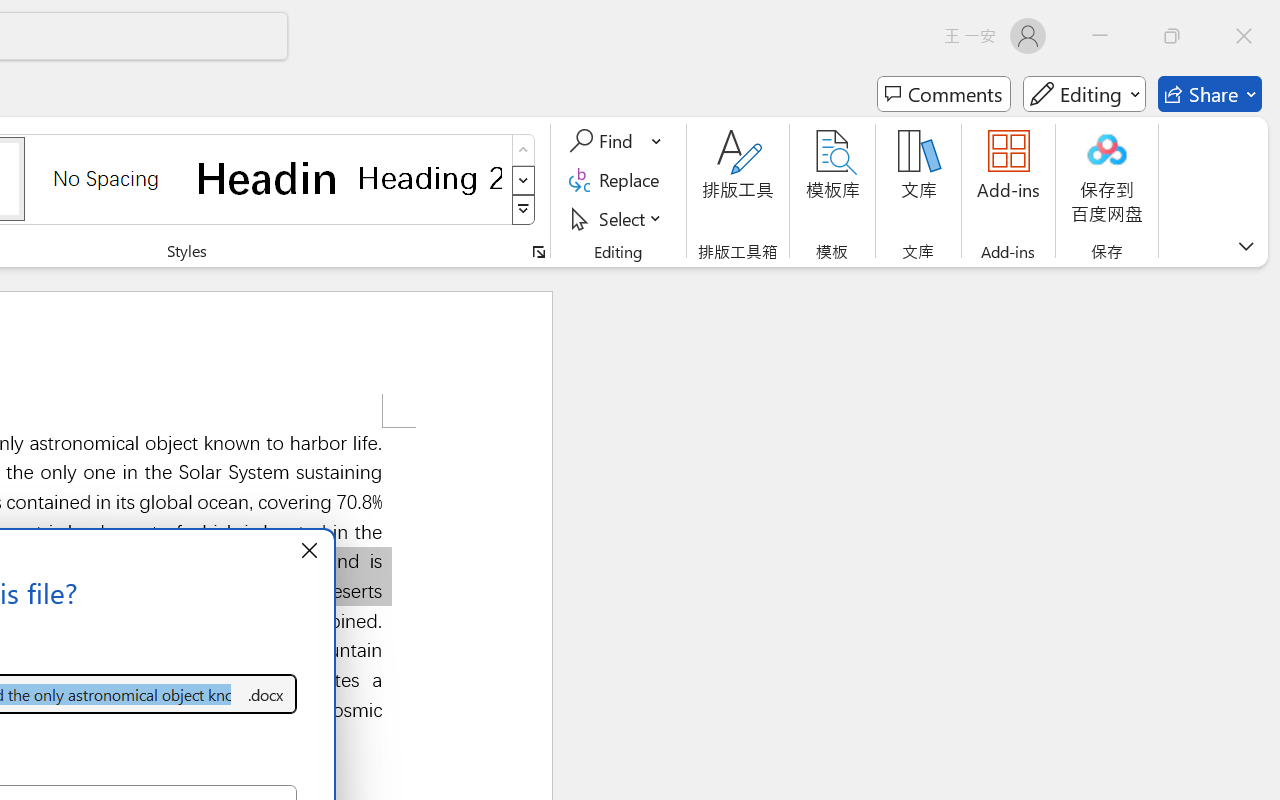  I want to click on 'Replace...', so click(616, 179).